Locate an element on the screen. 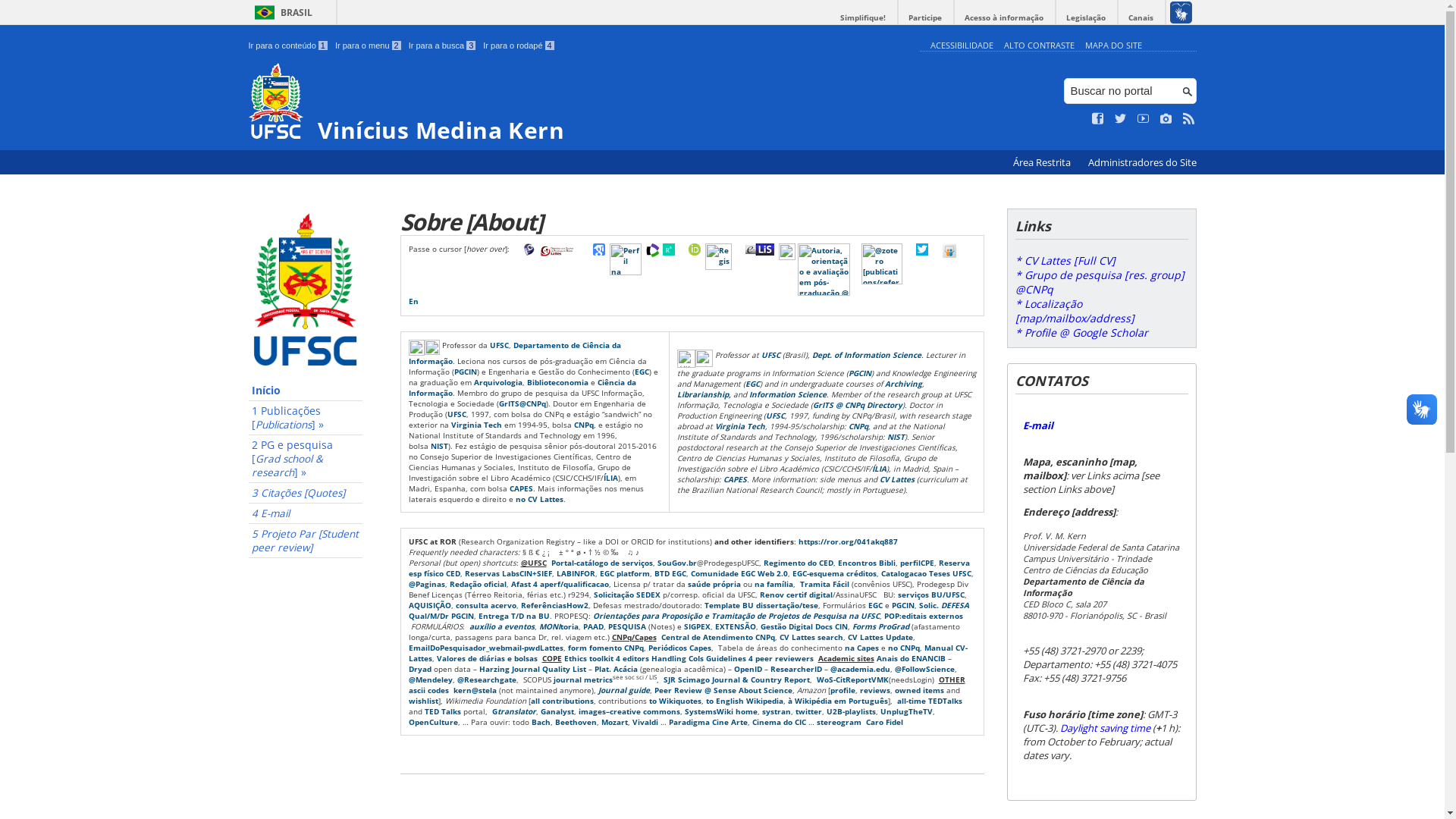 The width and height of the screenshot is (1456, 819). 'EGC' is located at coordinates (641, 371).